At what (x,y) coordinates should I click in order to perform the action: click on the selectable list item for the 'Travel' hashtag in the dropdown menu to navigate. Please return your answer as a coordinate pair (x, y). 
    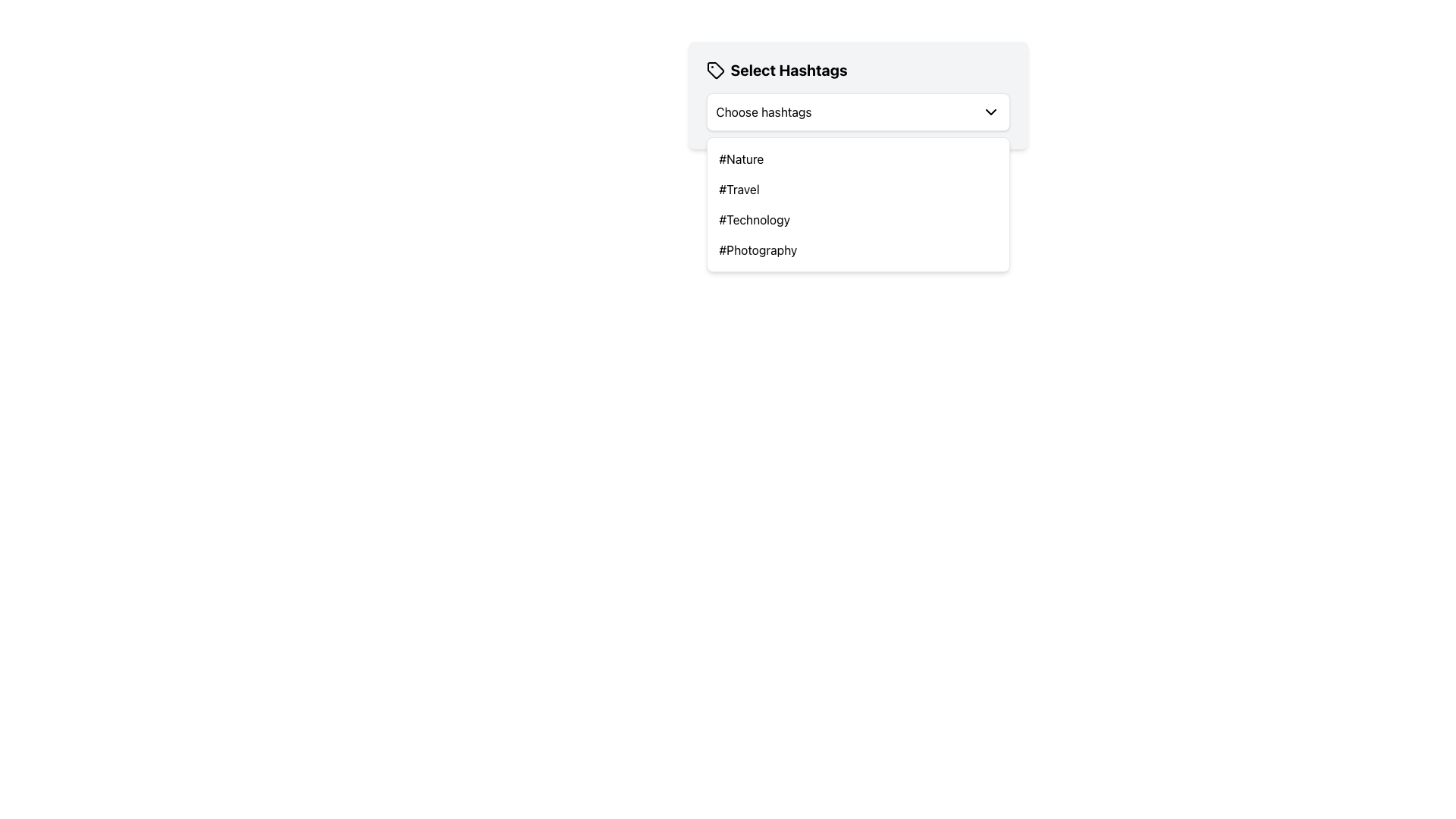
    Looking at the image, I should click on (858, 189).